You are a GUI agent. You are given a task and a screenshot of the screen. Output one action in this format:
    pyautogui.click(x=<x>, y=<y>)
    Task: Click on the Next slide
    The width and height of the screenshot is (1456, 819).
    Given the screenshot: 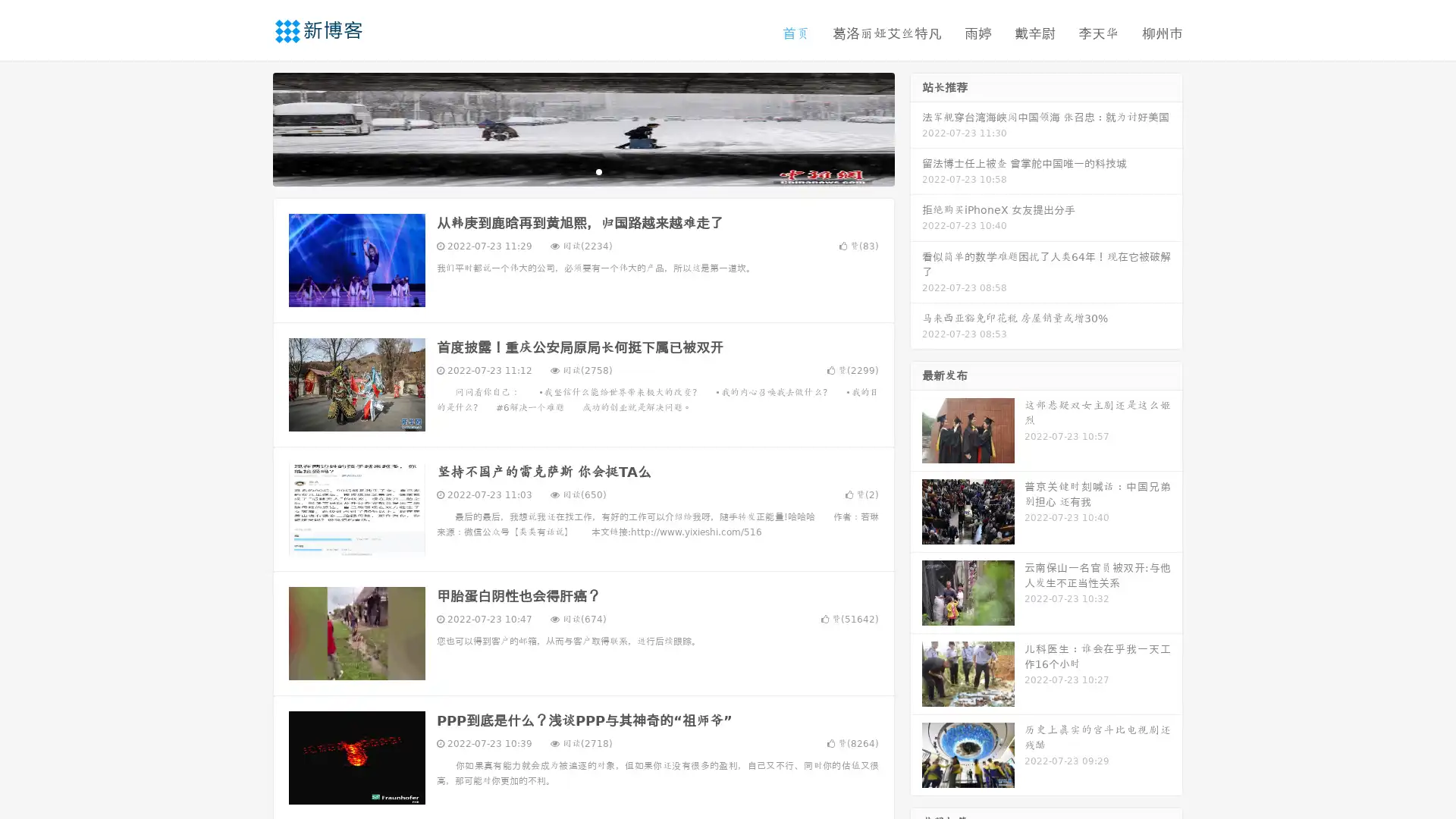 What is the action you would take?
    pyautogui.click(x=916, y=127)
    